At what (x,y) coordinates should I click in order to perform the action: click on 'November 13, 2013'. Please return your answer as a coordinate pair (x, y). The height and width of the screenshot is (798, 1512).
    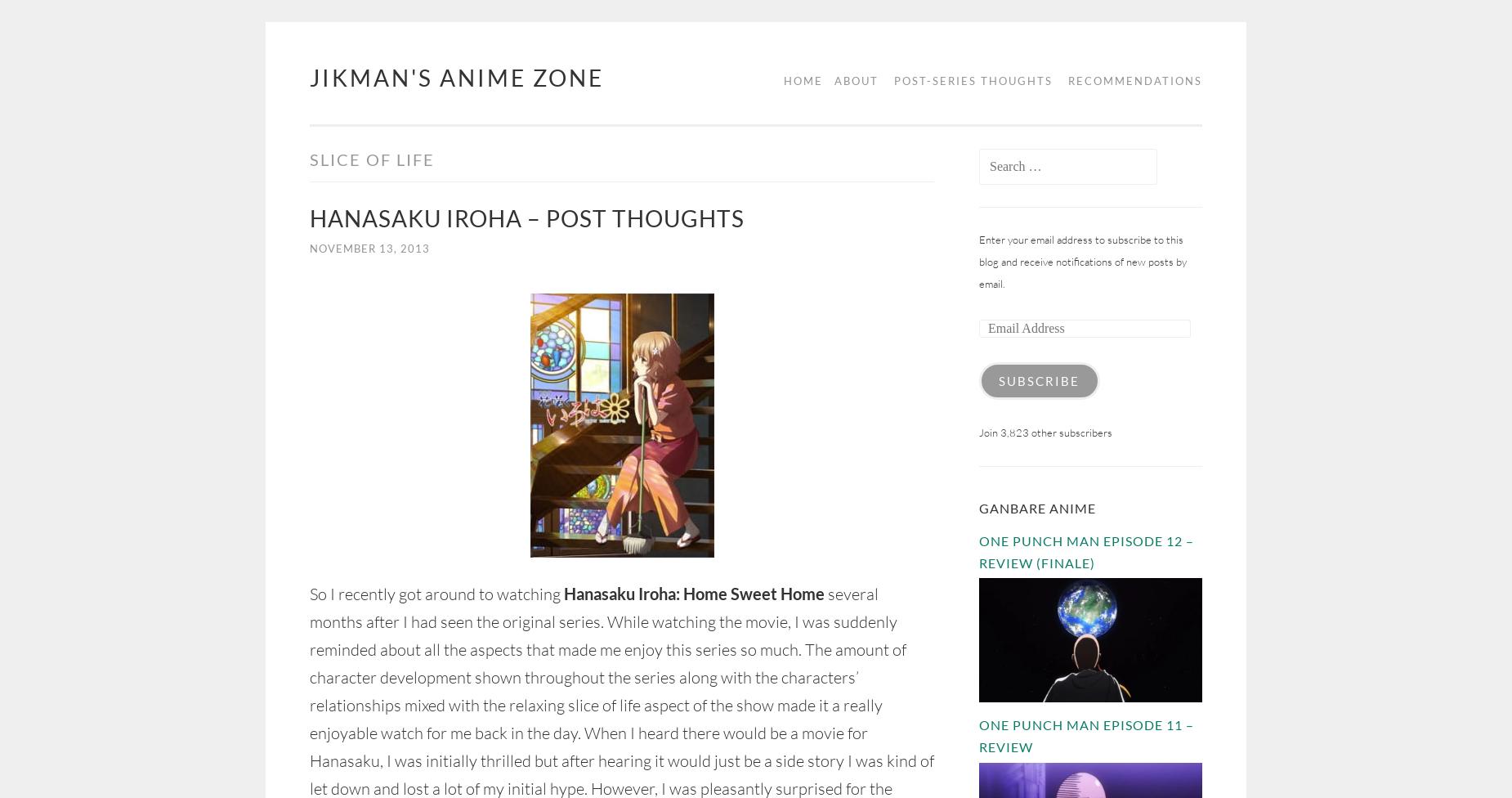
    Looking at the image, I should click on (369, 249).